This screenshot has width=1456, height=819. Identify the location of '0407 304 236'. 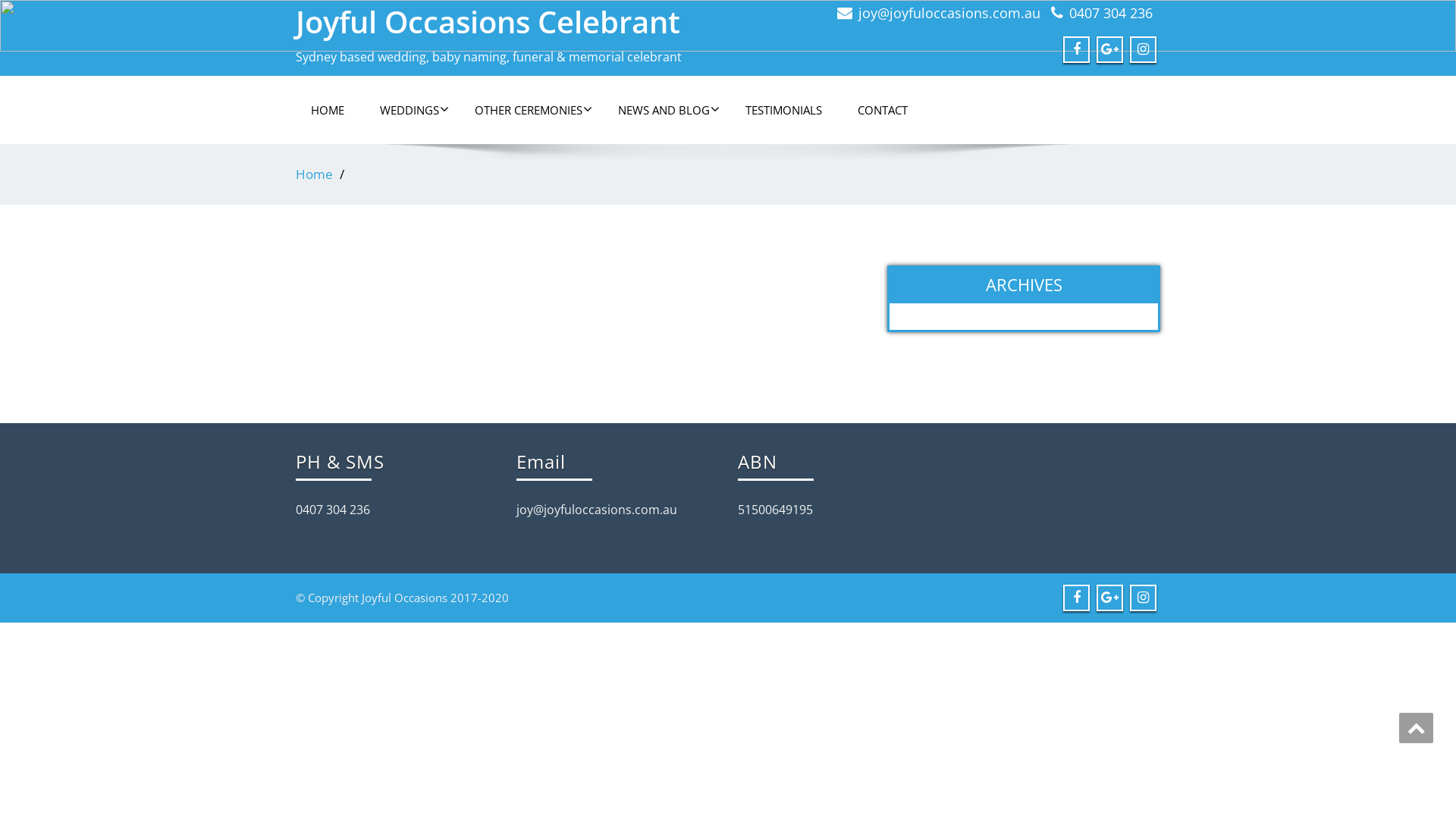
(1110, 12).